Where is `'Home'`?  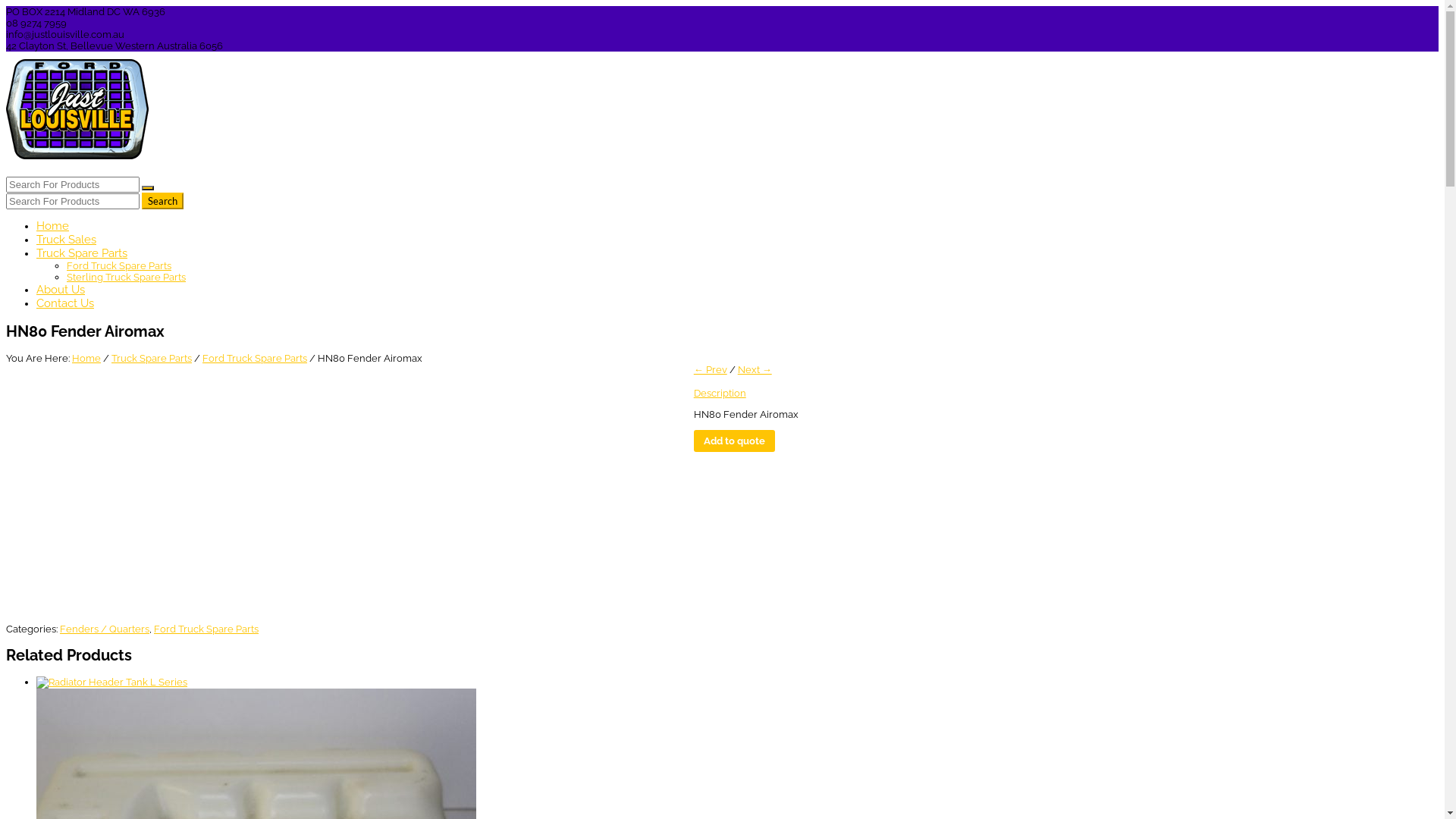
'Home' is located at coordinates (52, 225).